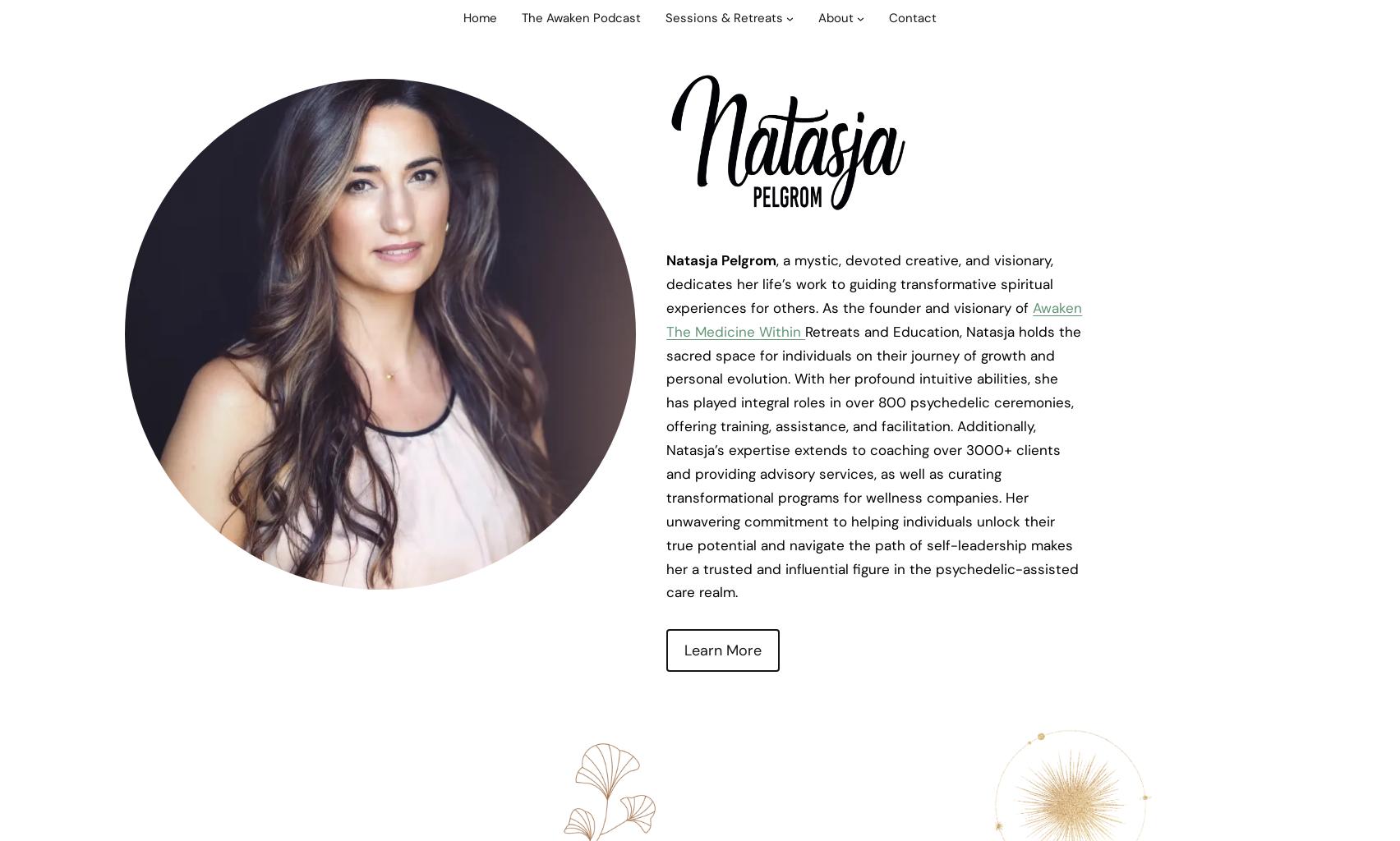  Describe the element at coordinates (665, 18) in the screenshot. I see `'Sessions & Retreats'` at that location.